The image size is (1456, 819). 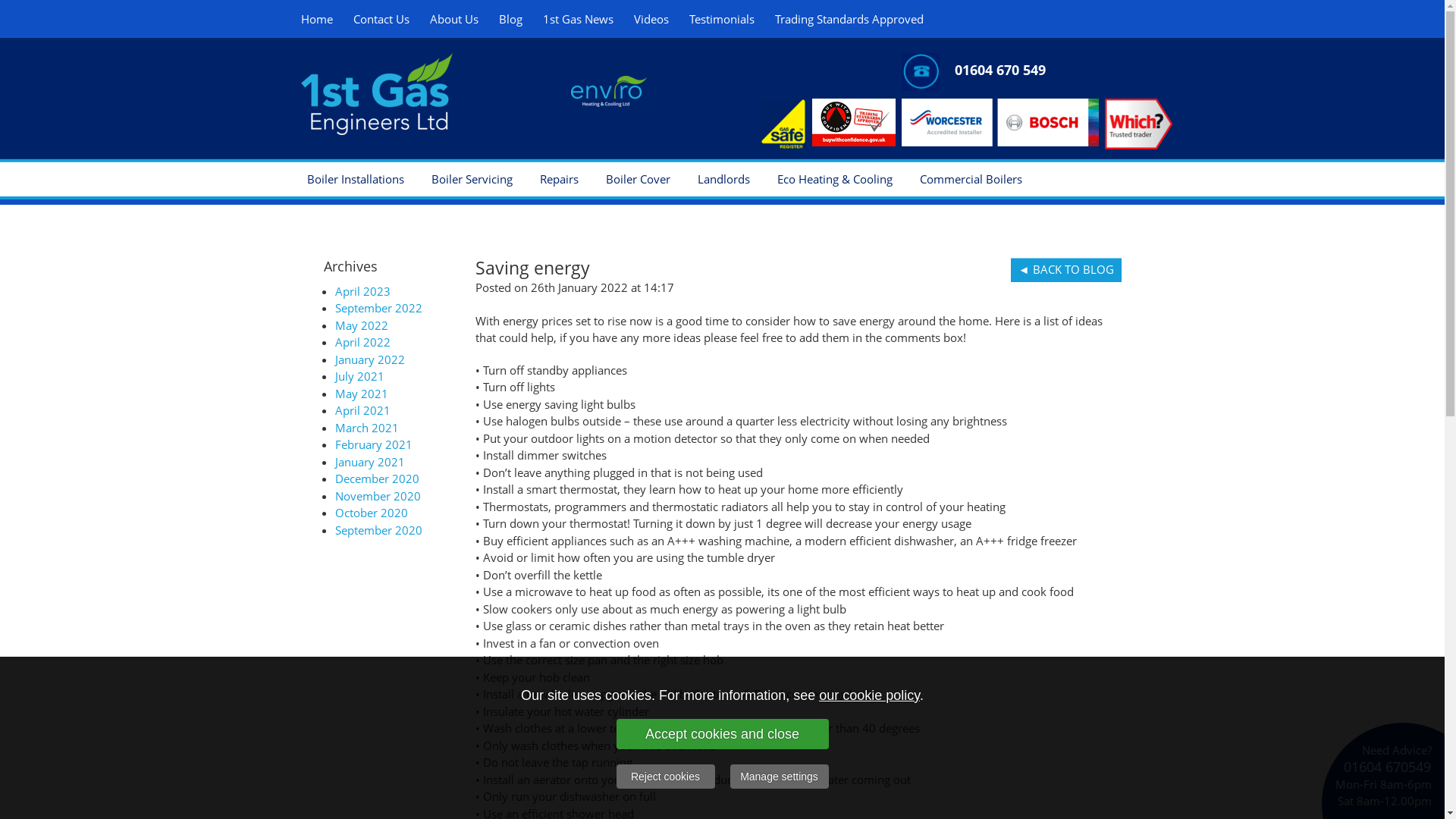 What do you see at coordinates (637, 177) in the screenshot?
I see `'Boiler Cover'` at bounding box center [637, 177].